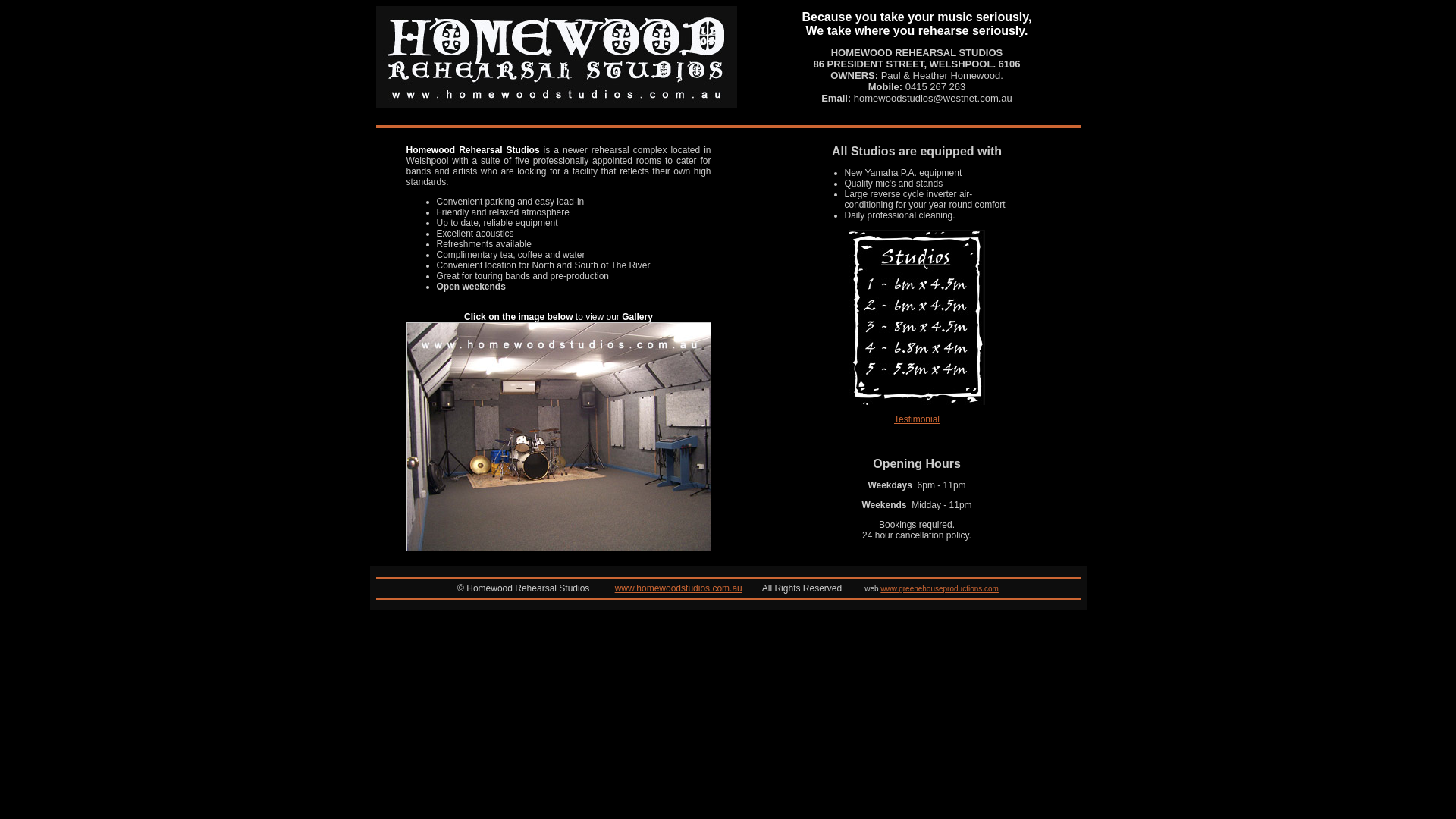 The width and height of the screenshot is (1456, 819). Describe the element at coordinates (677, 587) in the screenshot. I see `'www.homewoodstudios.com.au'` at that location.